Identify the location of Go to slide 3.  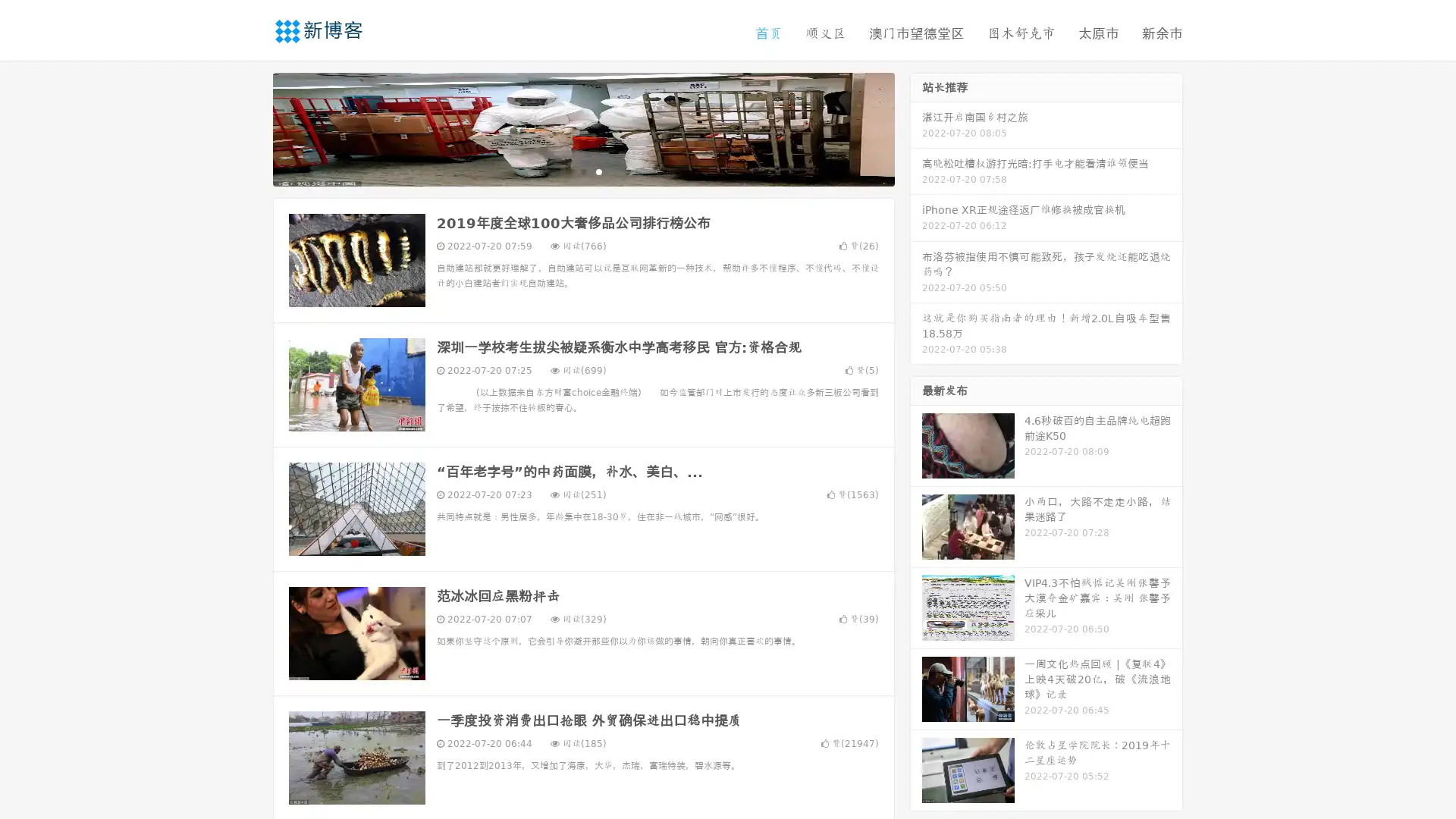
(598, 171).